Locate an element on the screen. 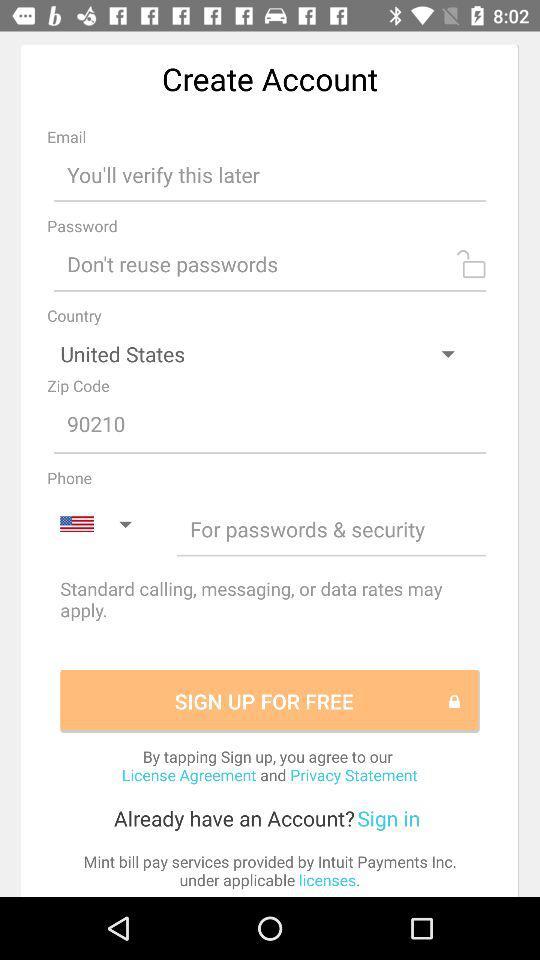  email is located at coordinates (270, 173).